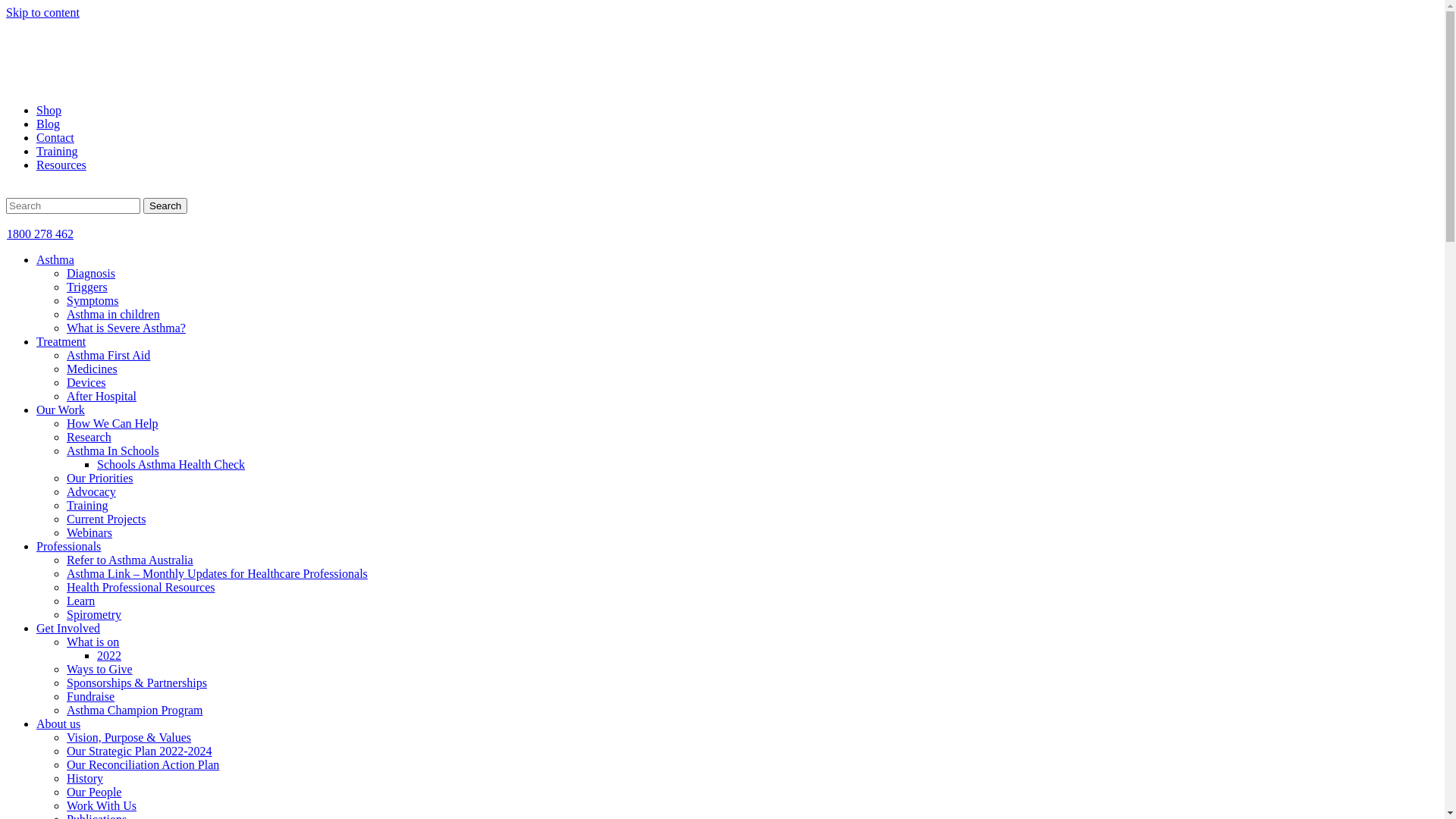 This screenshot has height=819, width=1456. What do you see at coordinates (55, 137) in the screenshot?
I see `'Contact'` at bounding box center [55, 137].